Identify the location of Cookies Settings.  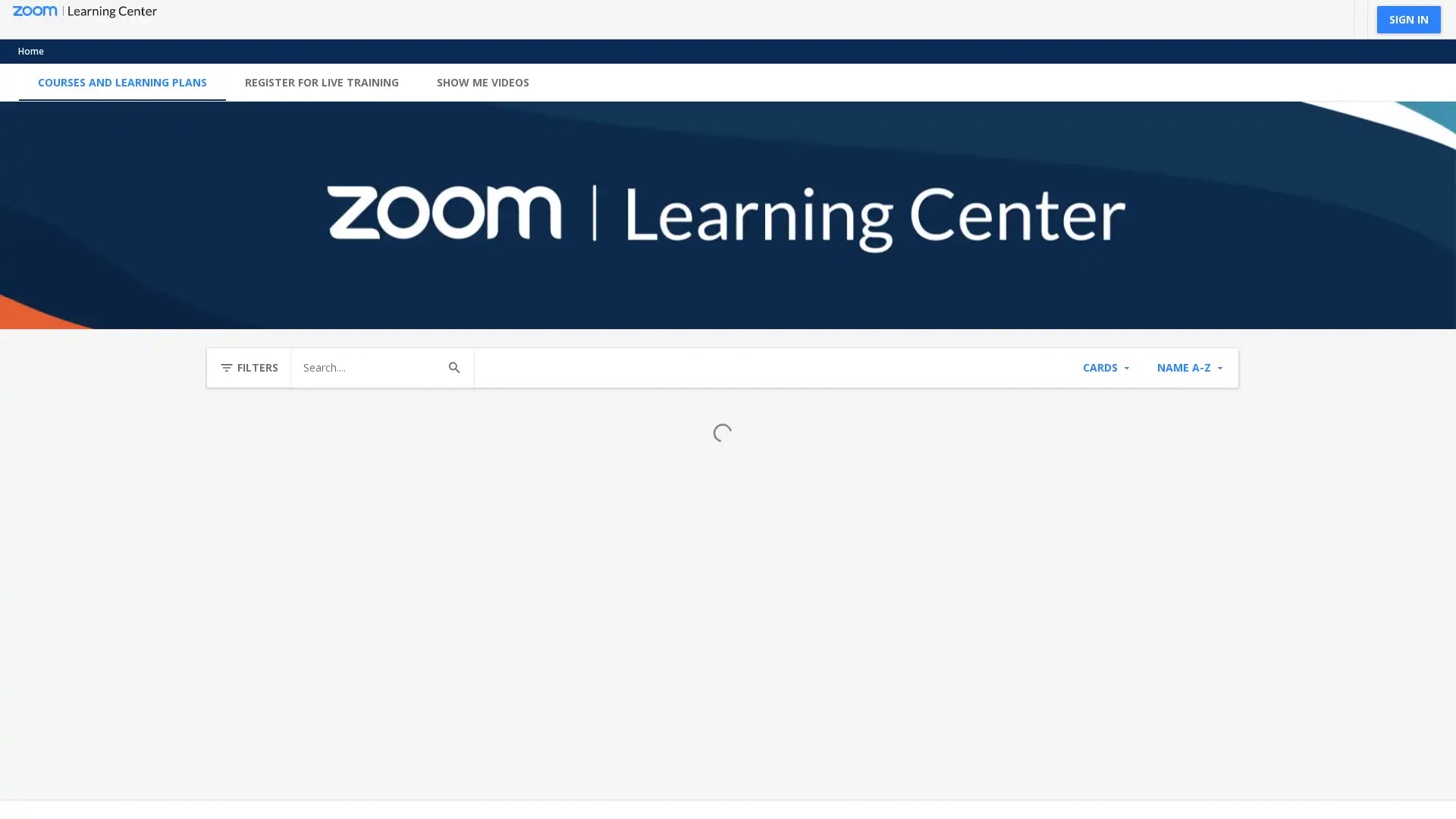
(504, 748).